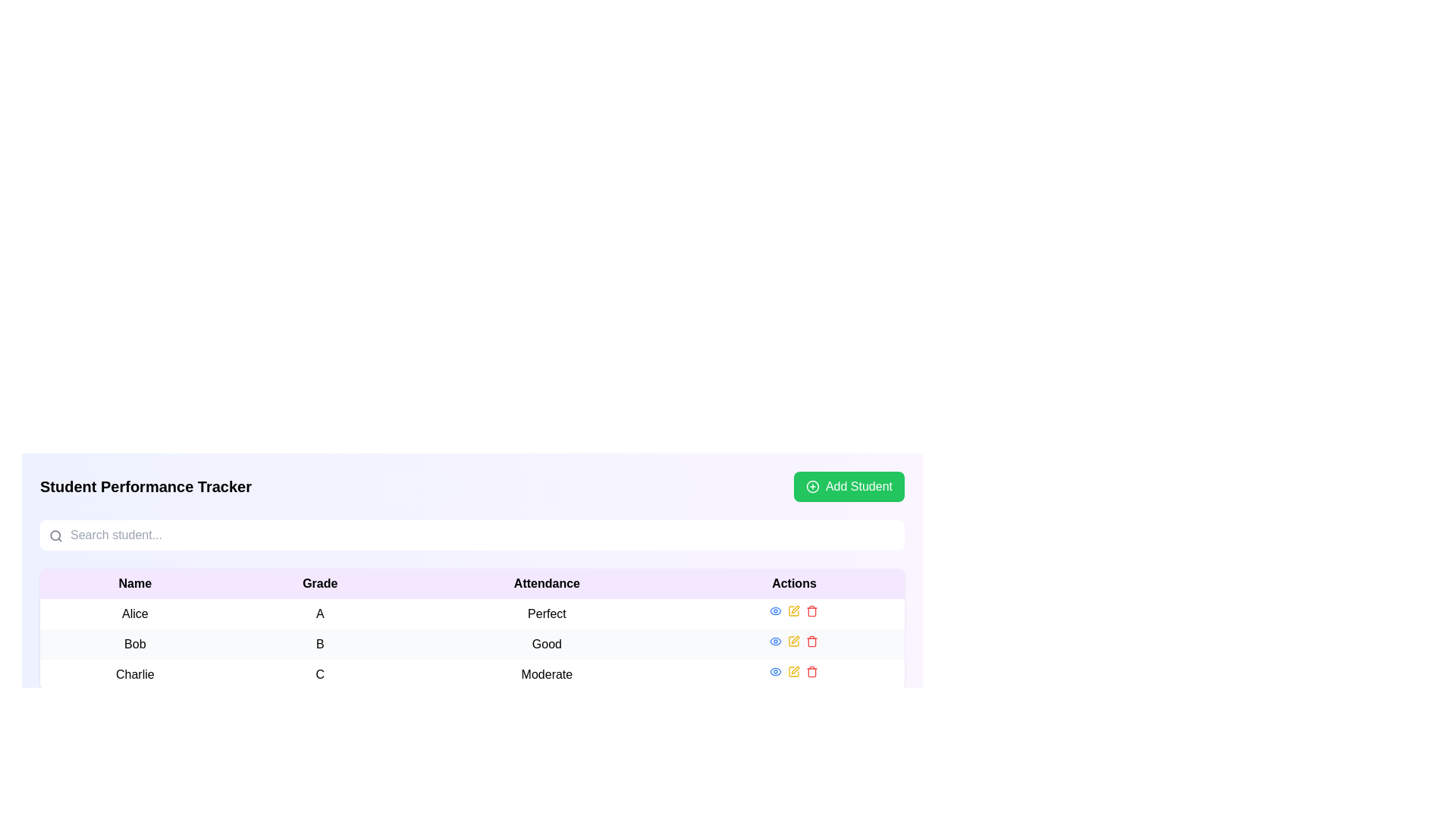  Describe the element at coordinates (776, 610) in the screenshot. I see `the first interactive icon button in the 'Actions' section of the first row of the table` at that location.